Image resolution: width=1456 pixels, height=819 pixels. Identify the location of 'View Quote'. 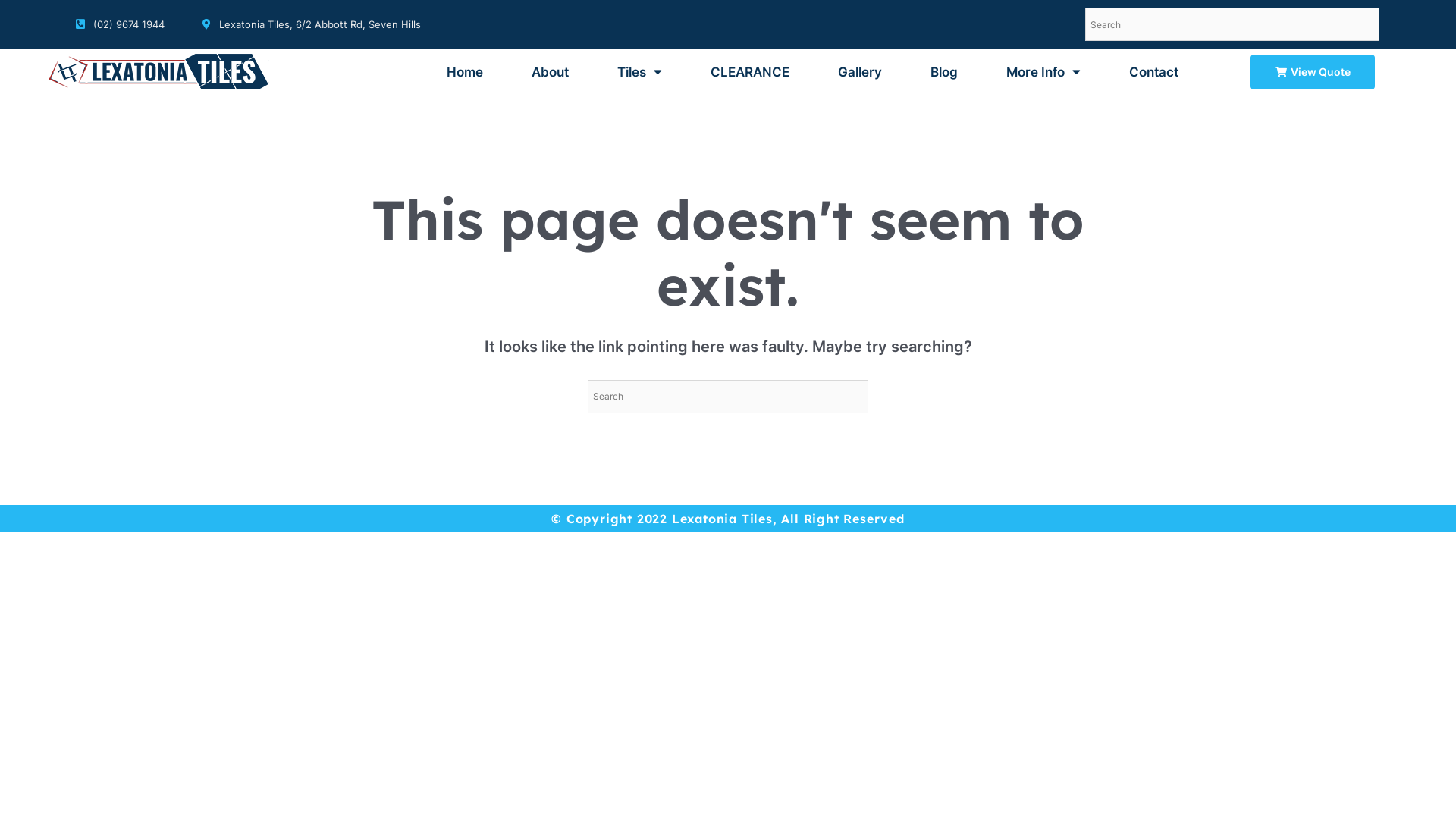
(1312, 72).